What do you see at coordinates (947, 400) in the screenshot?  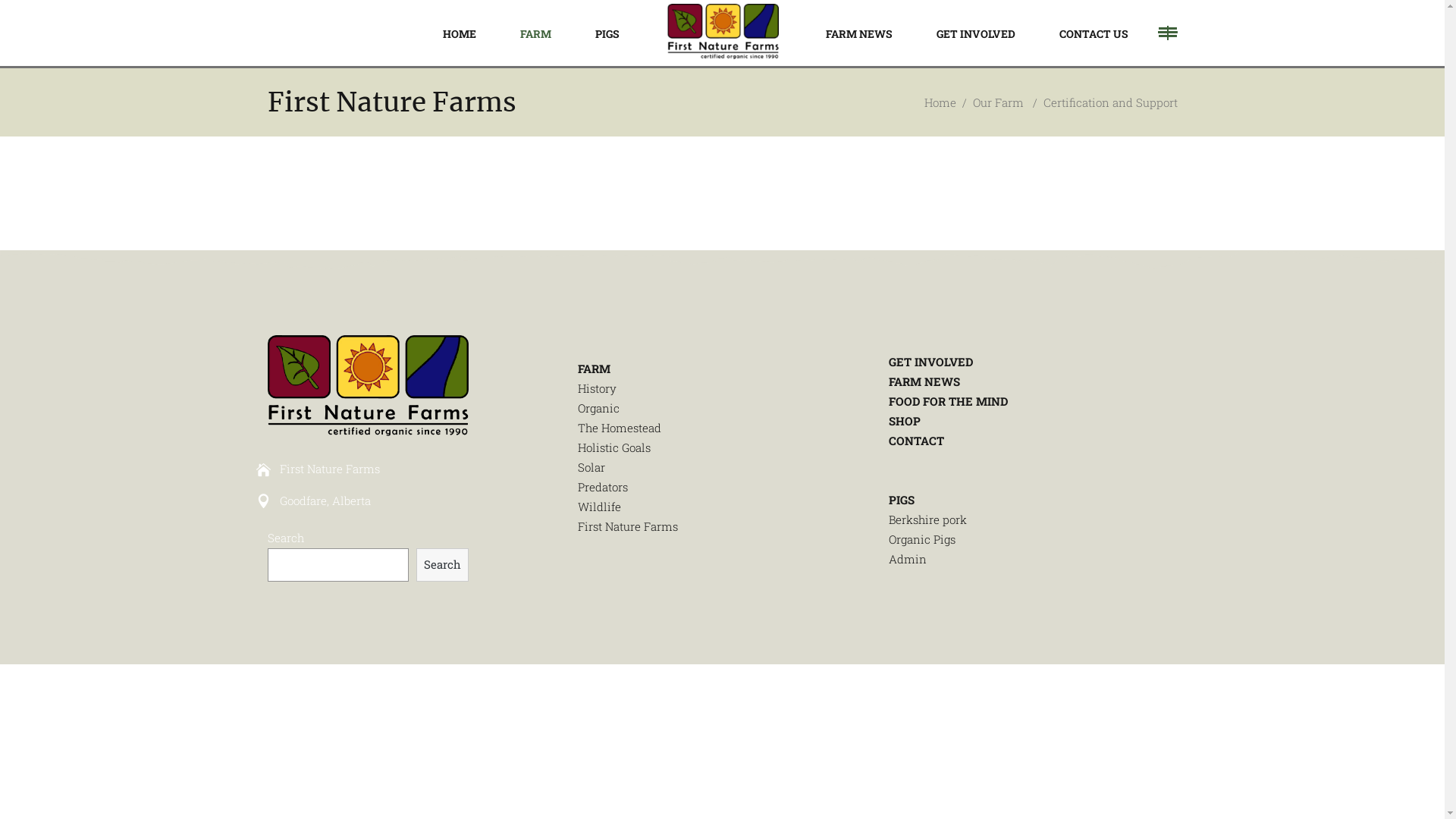 I see `'FOOD FOR THE MIND'` at bounding box center [947, 400].